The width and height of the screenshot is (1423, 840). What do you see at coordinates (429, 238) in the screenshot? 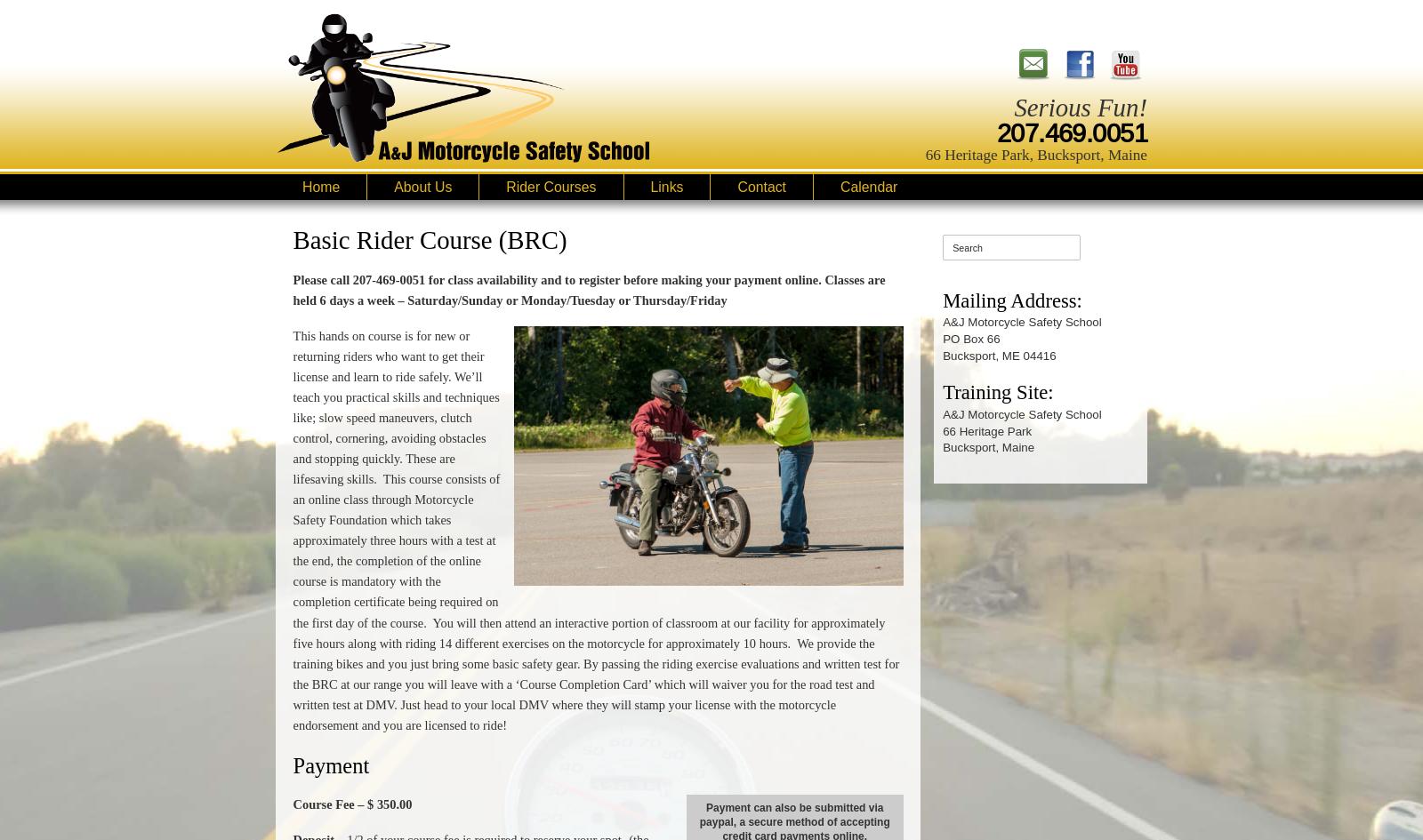
I see `'Basic Rider Course (BRC)'` at bounding box center [429, 238].